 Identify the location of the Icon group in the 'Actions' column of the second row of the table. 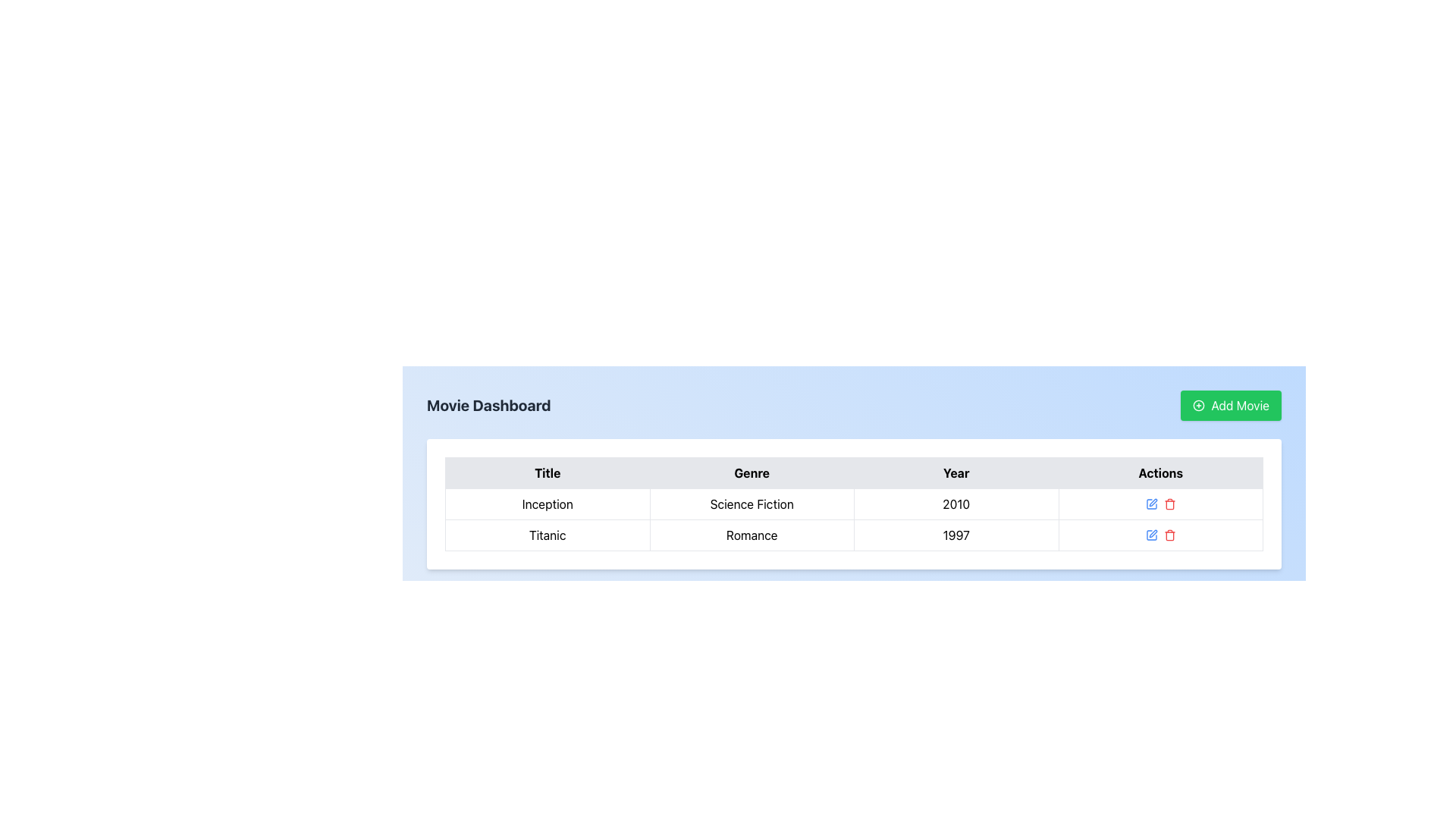
(1159, 534).